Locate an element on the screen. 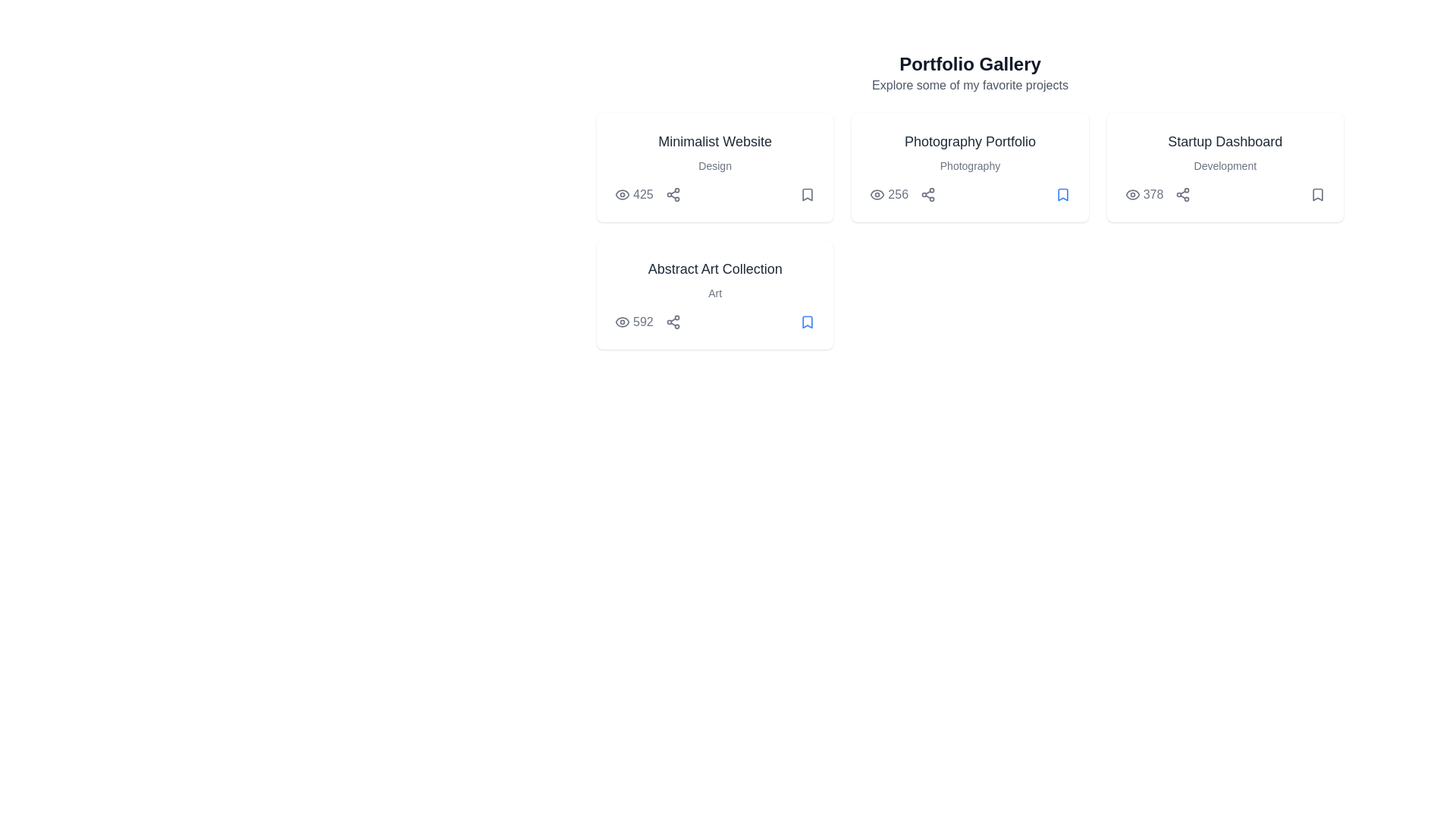 This screenshot has height=819, width=1456. the bookmark icon located in the bottom-right corner of the first card titled 'Minimalist Website' in the portfolio gallery is located at coordinates (807, 194).